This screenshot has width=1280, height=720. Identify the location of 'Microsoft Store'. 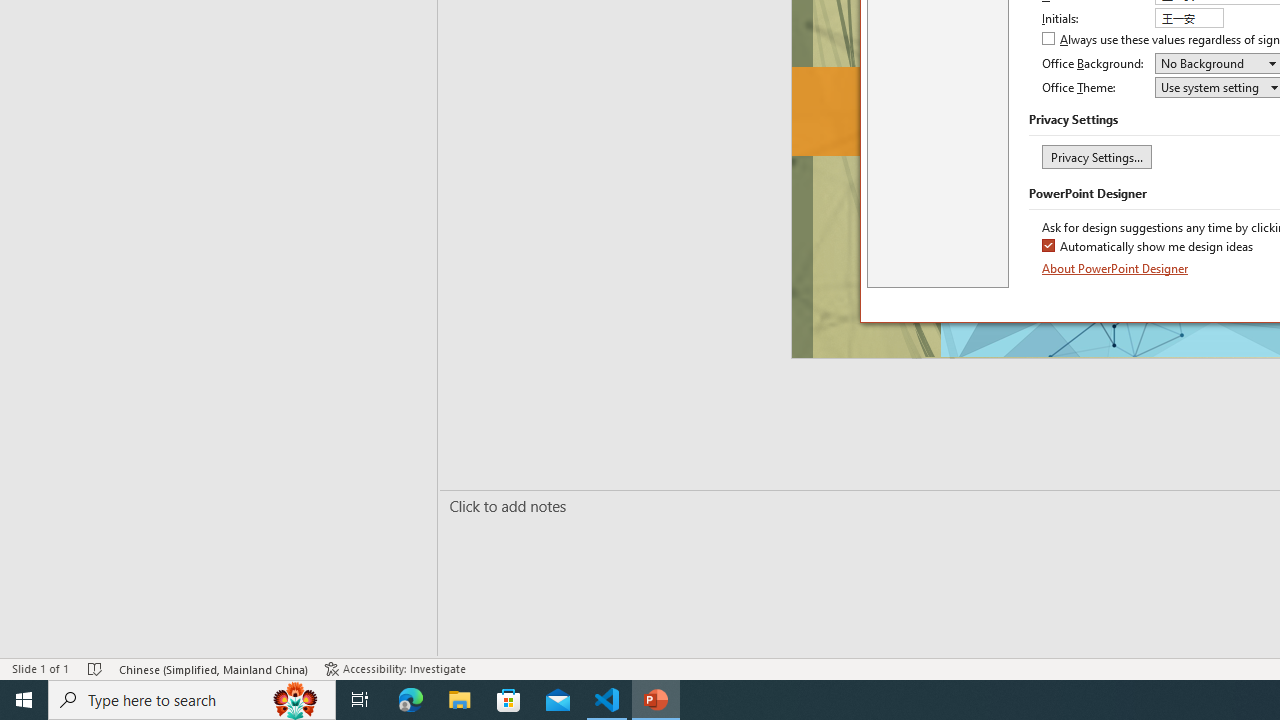
(509, 698).